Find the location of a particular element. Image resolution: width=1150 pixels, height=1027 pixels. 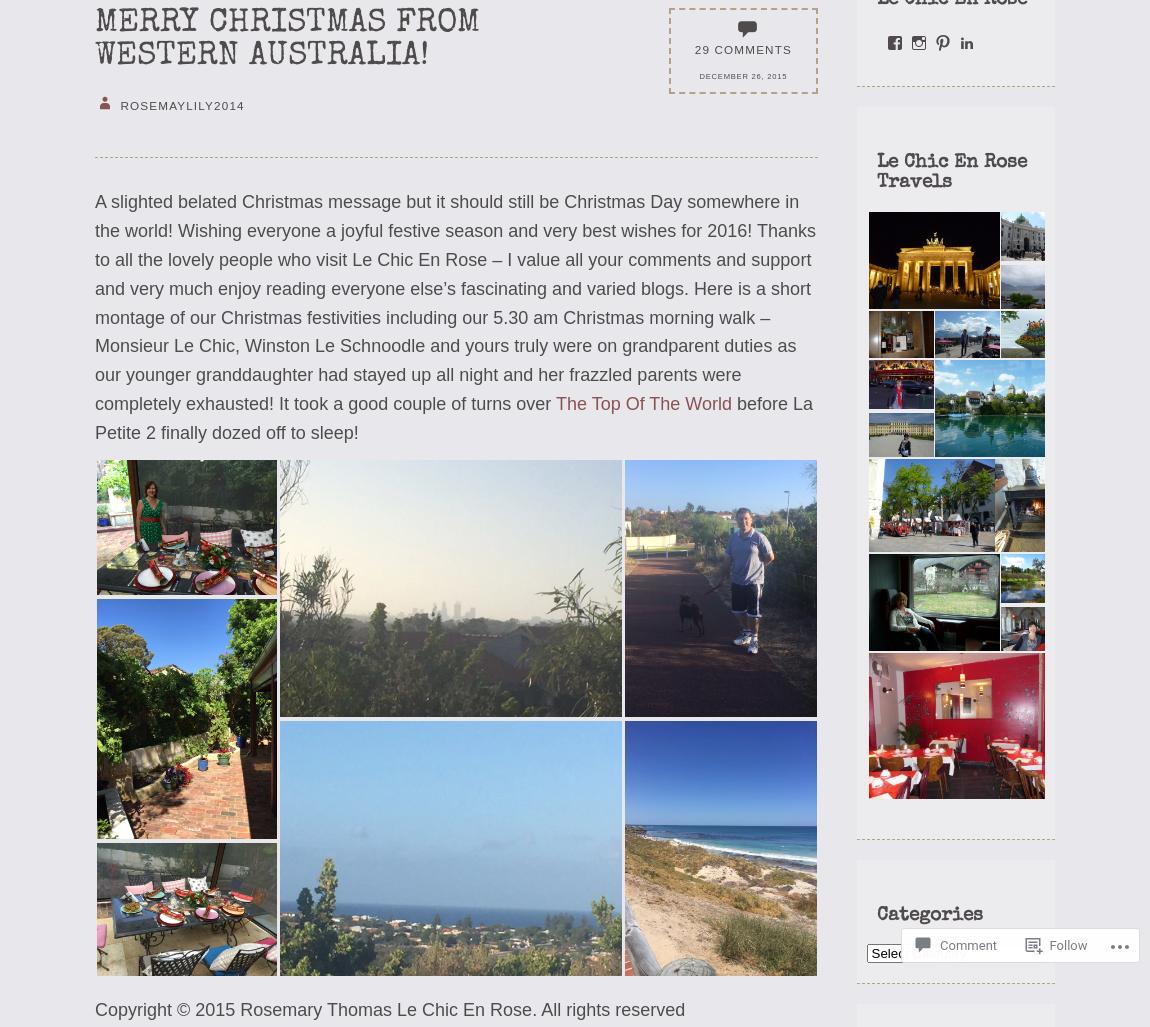

'rosemaylily2014' is located at coordinates (178, 103).